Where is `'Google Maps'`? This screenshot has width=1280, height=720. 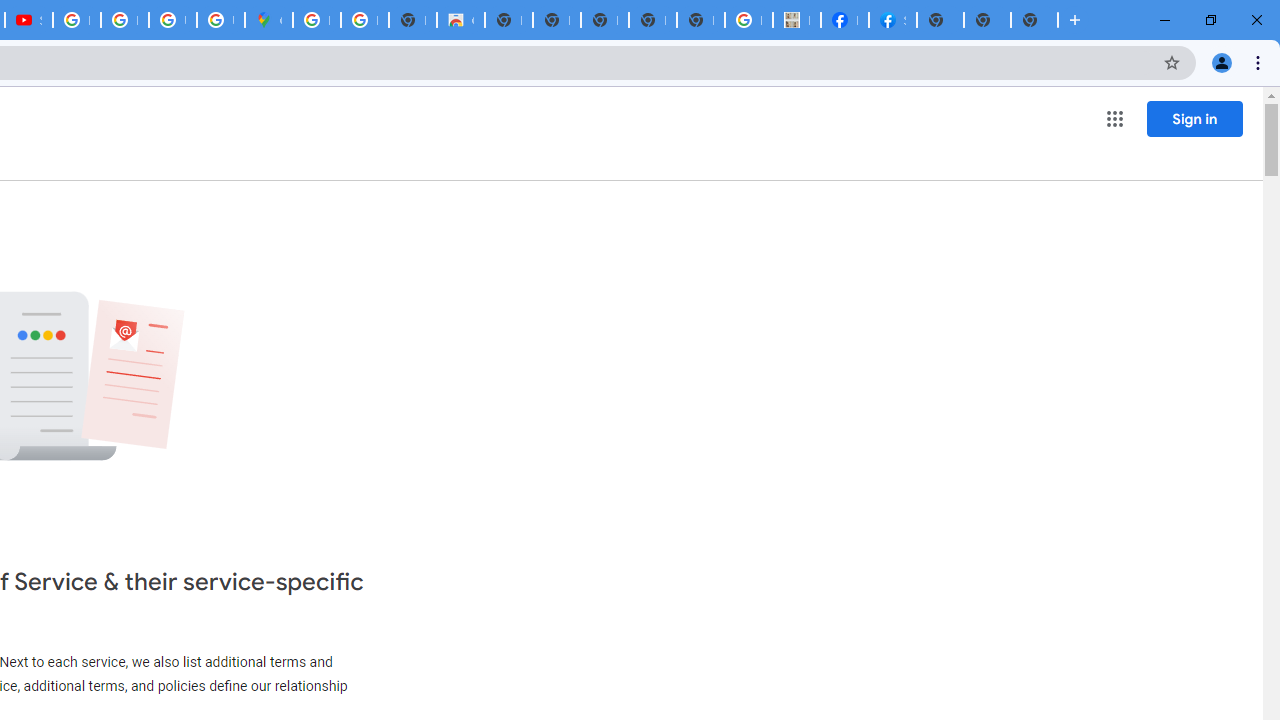
'Google Maps' is located at coordinates (267, 20).